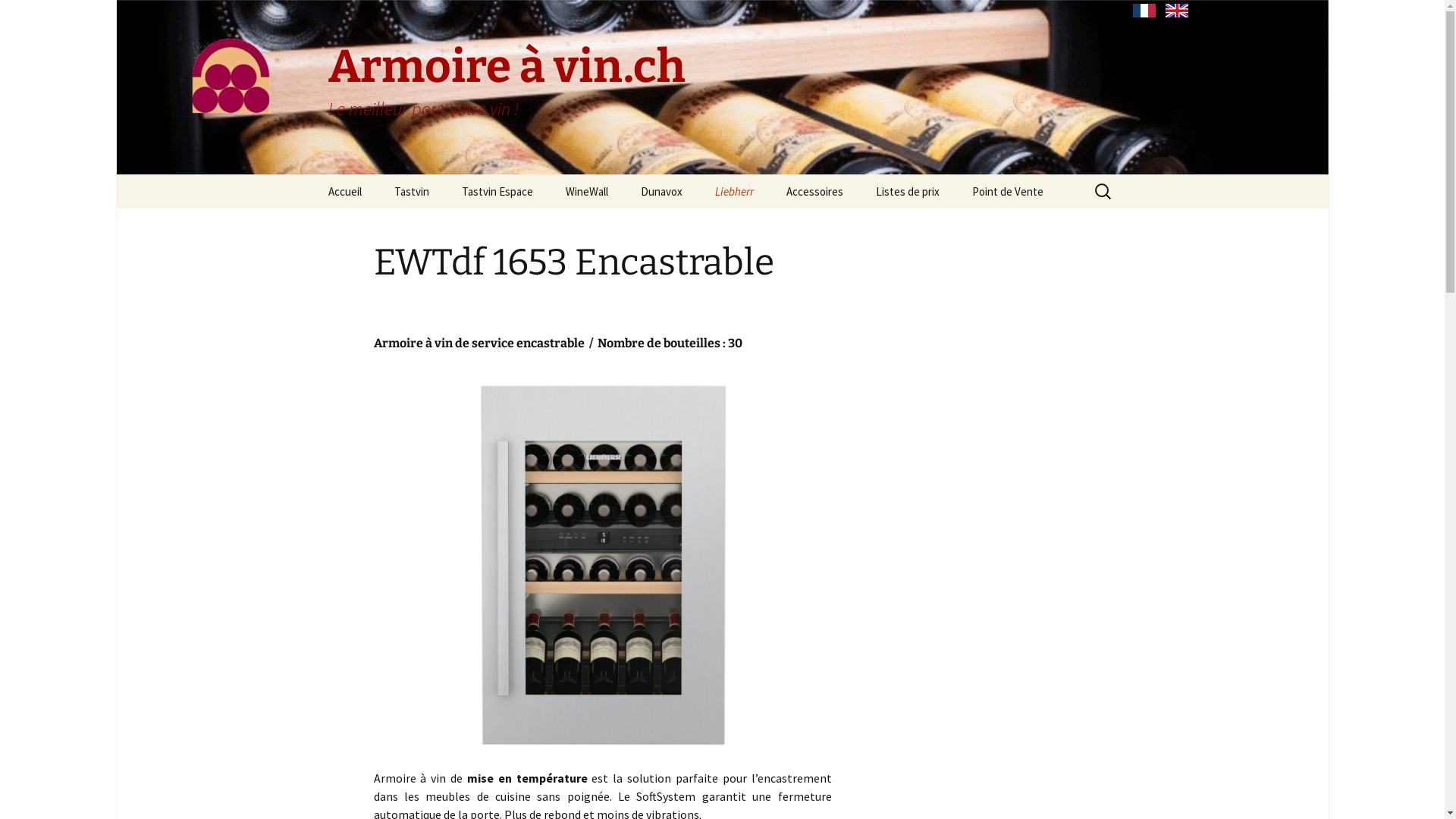 The width and height of the screenshot is (1456, 819). What do you see at coordinates (661, 190) in the screenshot?
I see `'Dunavox'` at bounding box center [661, 190].